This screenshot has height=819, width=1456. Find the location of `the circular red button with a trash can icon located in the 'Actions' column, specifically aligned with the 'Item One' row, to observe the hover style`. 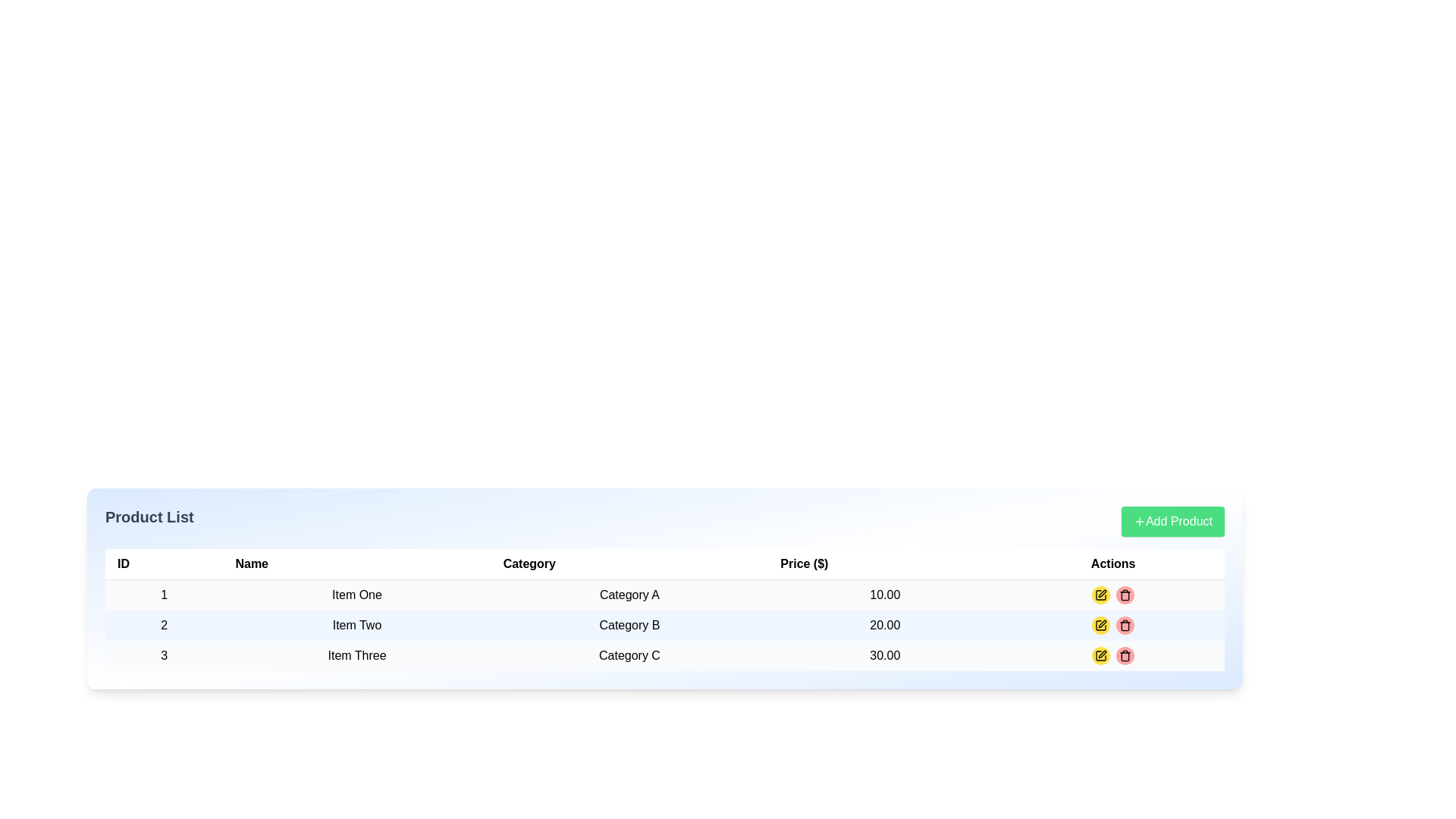

the circular red button with a trash can icon located in the 'Actions' column, specifically aligned with the 'Item One' row, to observe the hover style is located at coordinates (1125, 595).